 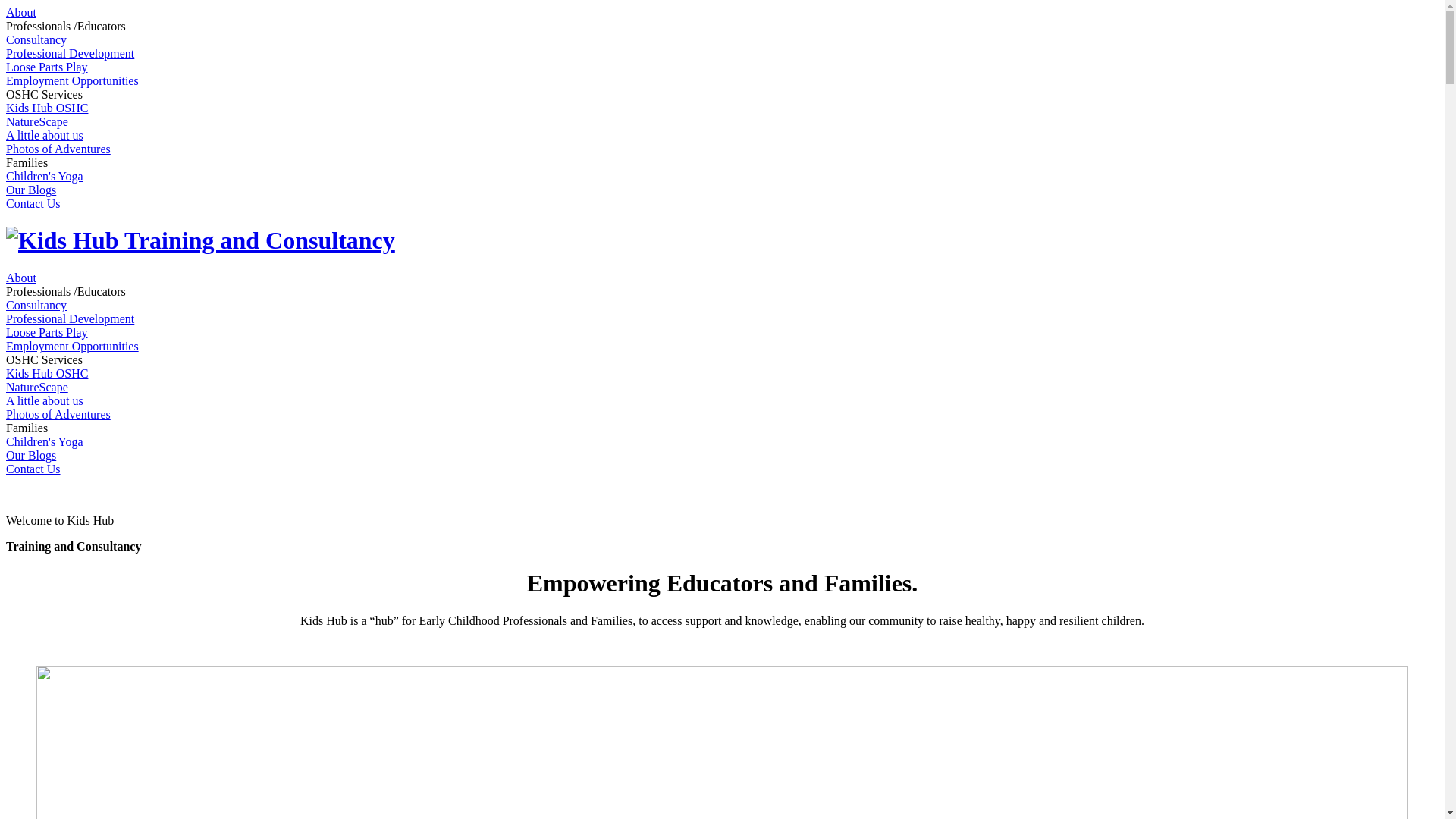 What do you see at coordinates (58, 414) in the screenshot?
I see `'Photos of Adventures'` at bounding box center [58, 414].